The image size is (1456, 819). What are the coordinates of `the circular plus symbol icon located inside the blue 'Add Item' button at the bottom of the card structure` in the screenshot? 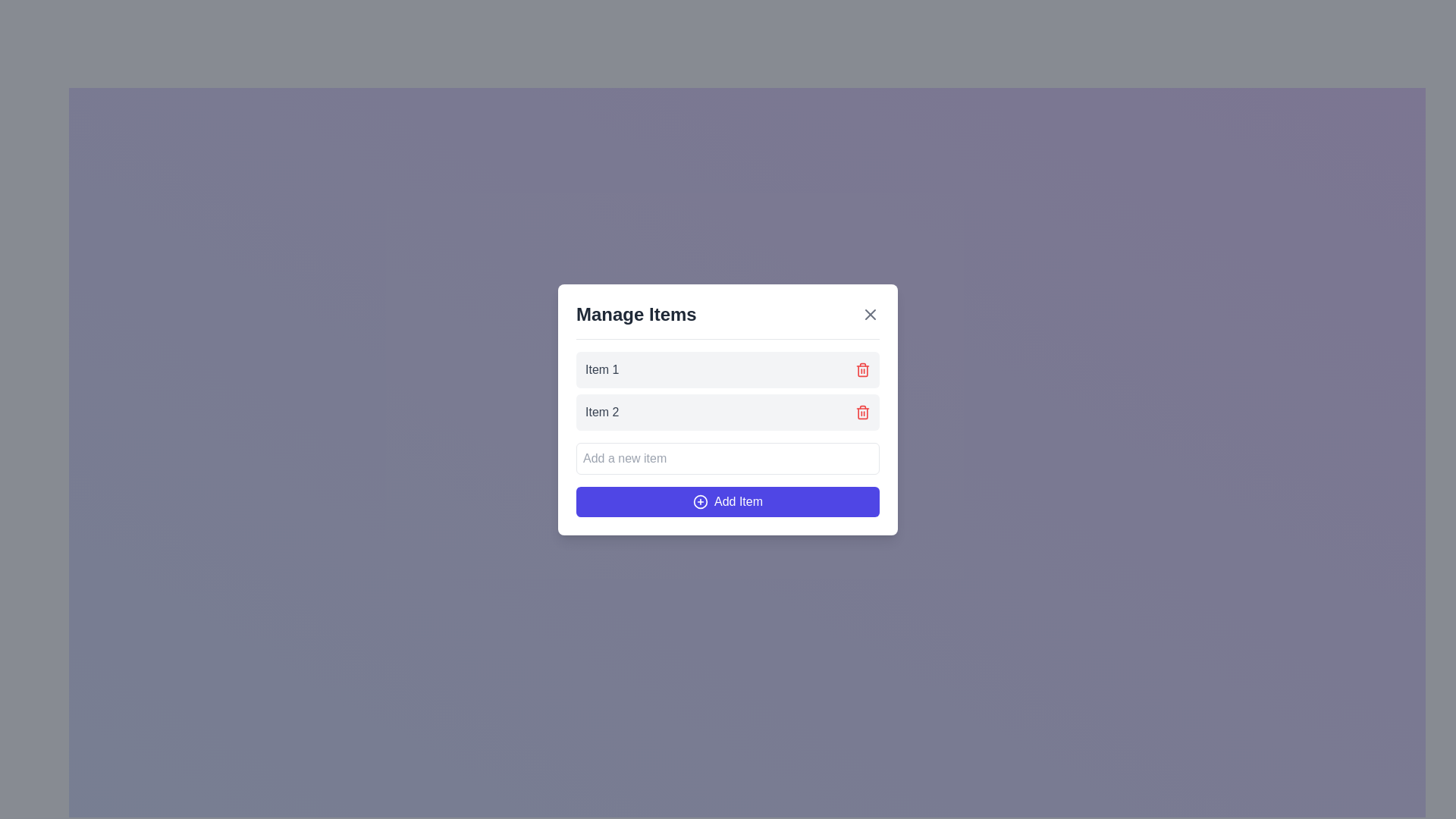 It's located at (699, 501).